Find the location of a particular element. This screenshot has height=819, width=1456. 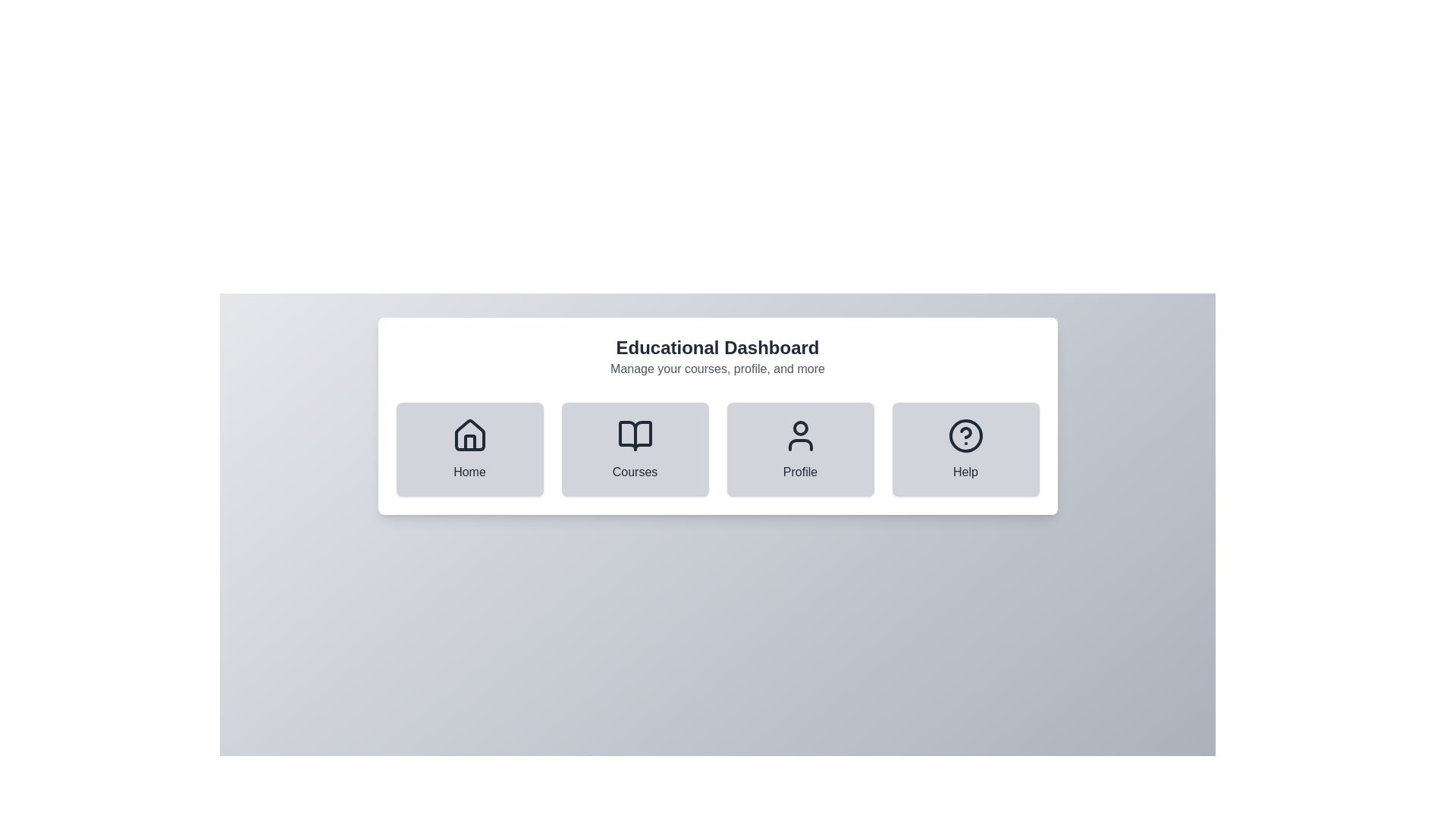

the second button in the grid layout that links to the user's courses section, which shows a tooltip with 'View your Courses' is located at coordinates (635, 449).